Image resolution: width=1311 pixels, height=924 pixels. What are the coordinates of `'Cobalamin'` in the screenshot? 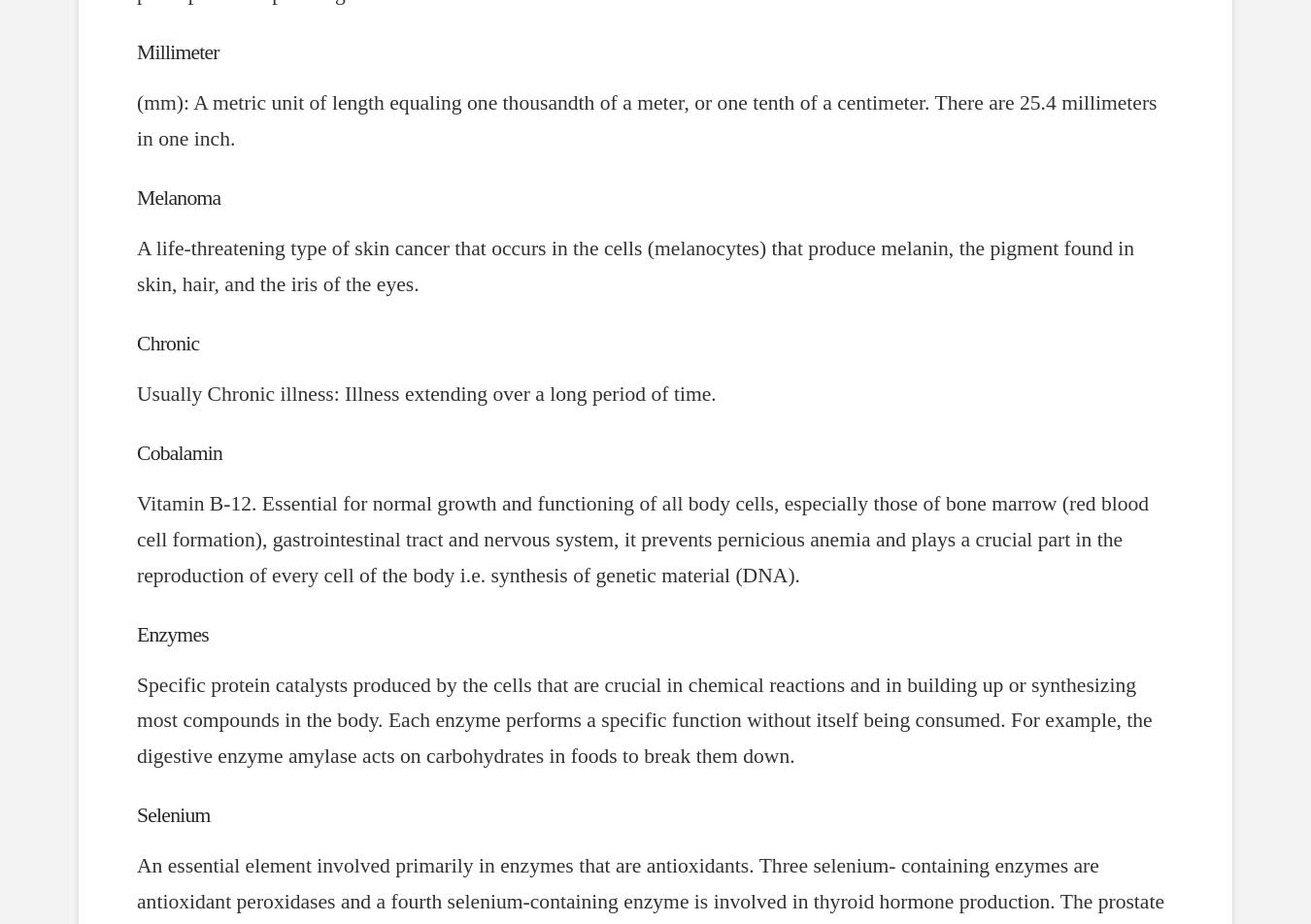 It's located at (136, 452).